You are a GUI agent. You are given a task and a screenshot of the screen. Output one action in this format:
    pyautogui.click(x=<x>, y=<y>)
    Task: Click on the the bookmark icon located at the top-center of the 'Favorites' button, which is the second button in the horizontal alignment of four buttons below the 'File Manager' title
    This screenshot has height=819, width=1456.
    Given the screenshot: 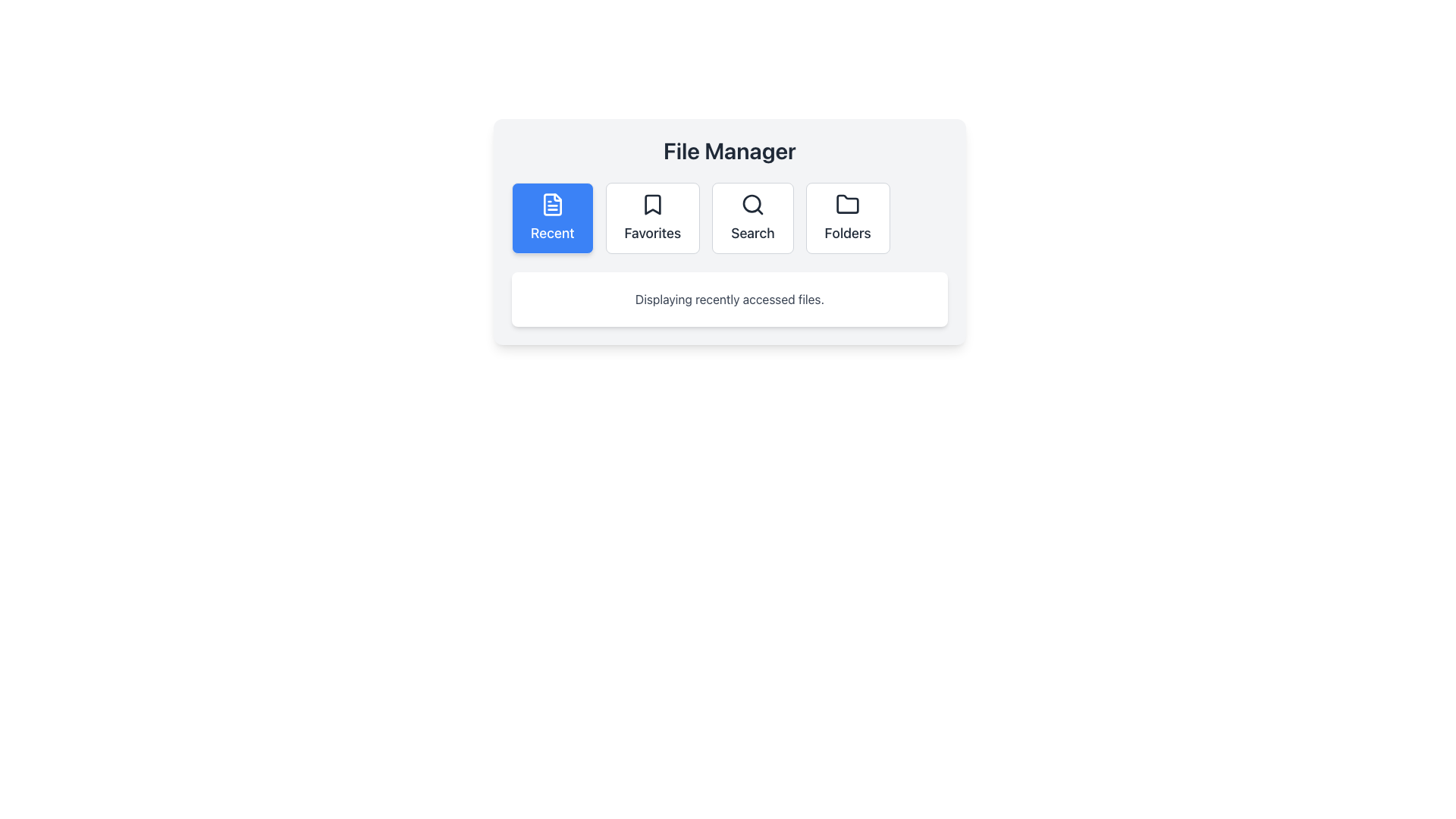 What is the action you would take?
    pyautogui.click(x=652, y=205)
    